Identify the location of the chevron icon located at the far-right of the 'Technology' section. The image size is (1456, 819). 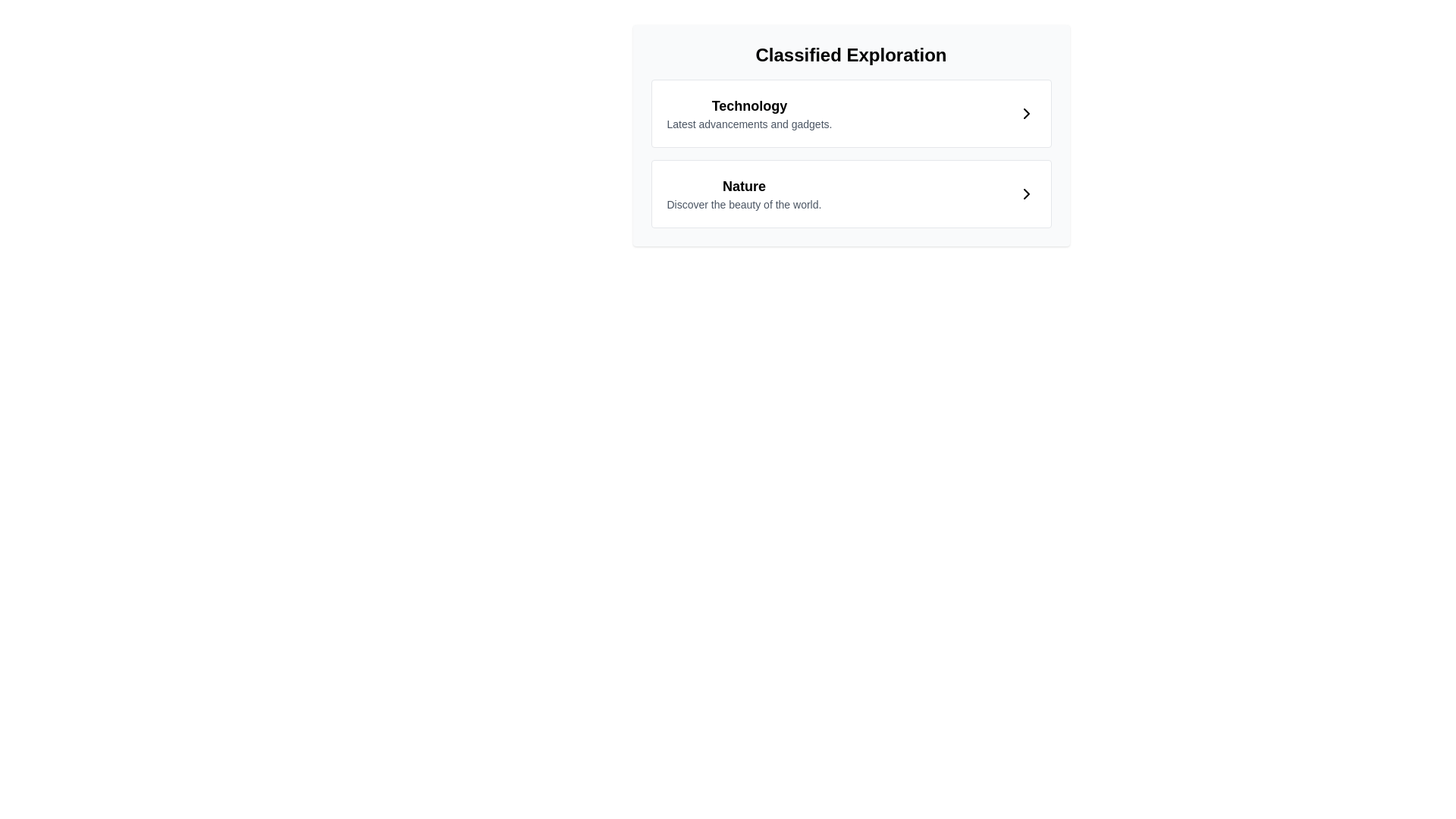
(1026, 113).